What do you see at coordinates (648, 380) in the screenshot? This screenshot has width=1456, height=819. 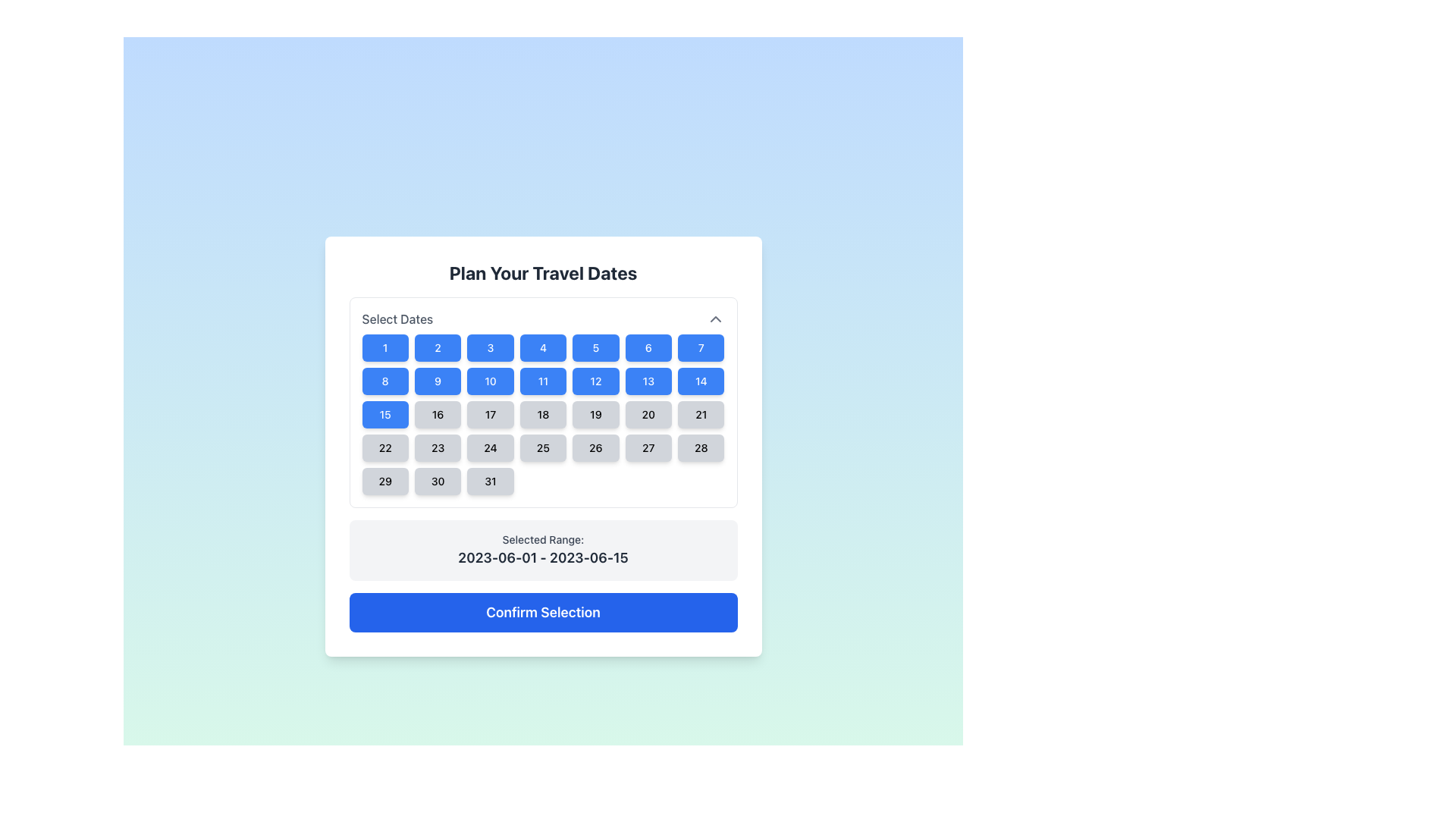 I see `the blue rectangular button with rounded borders displaying the number '13'` at bounding box center [648, 380].